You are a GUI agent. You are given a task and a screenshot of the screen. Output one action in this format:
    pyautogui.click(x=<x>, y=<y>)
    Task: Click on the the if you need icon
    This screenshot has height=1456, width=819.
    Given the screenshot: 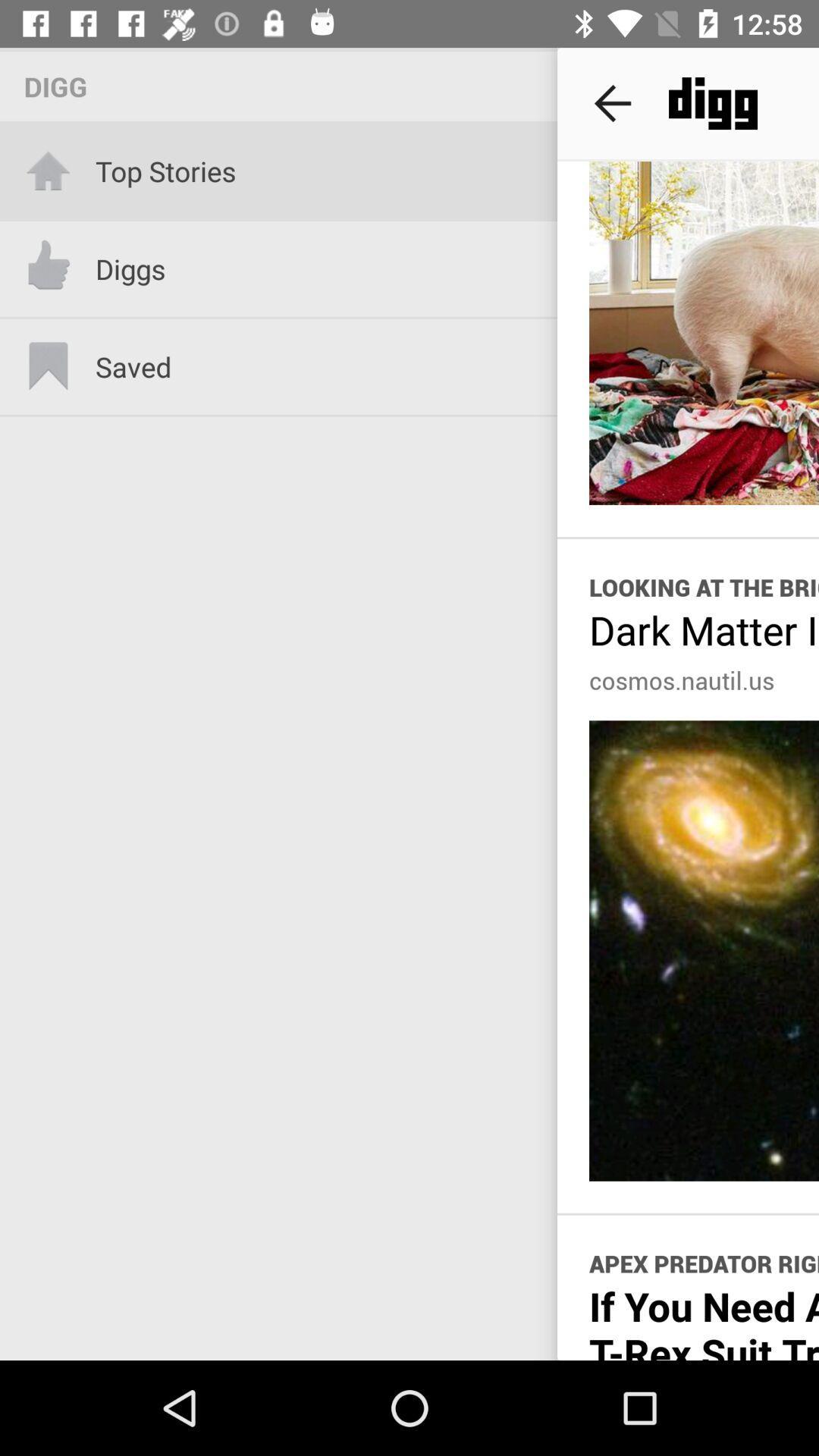 What is the action you would take?
    pyautogui.click(x=704, y=1319)
    